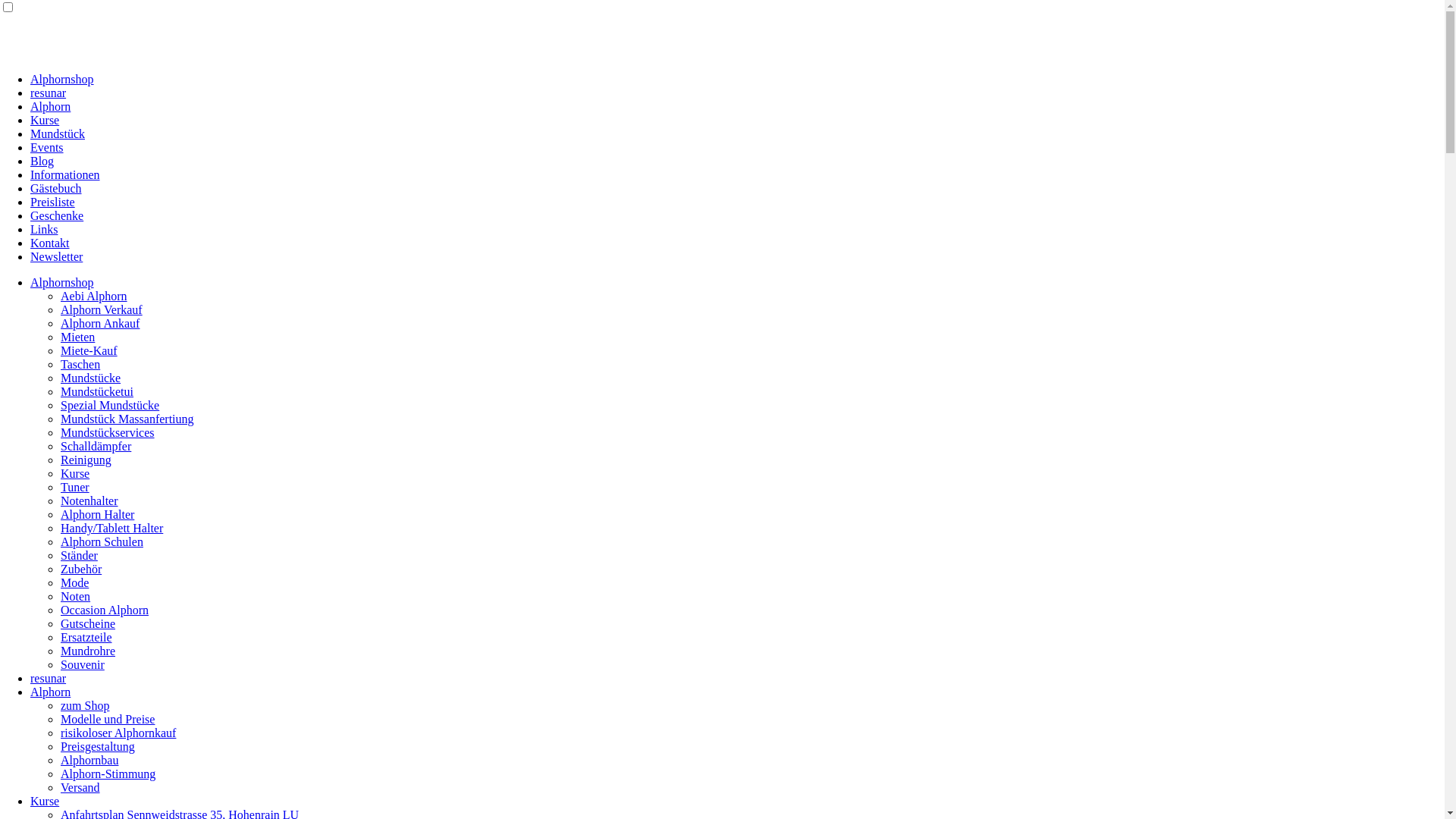 This screenshot has width=1456, height=819. What do you see at coordinates (118, 732) in the screenshot?
I see `'risikoloser Alphornkauf'` at bounding box center [118, 732].